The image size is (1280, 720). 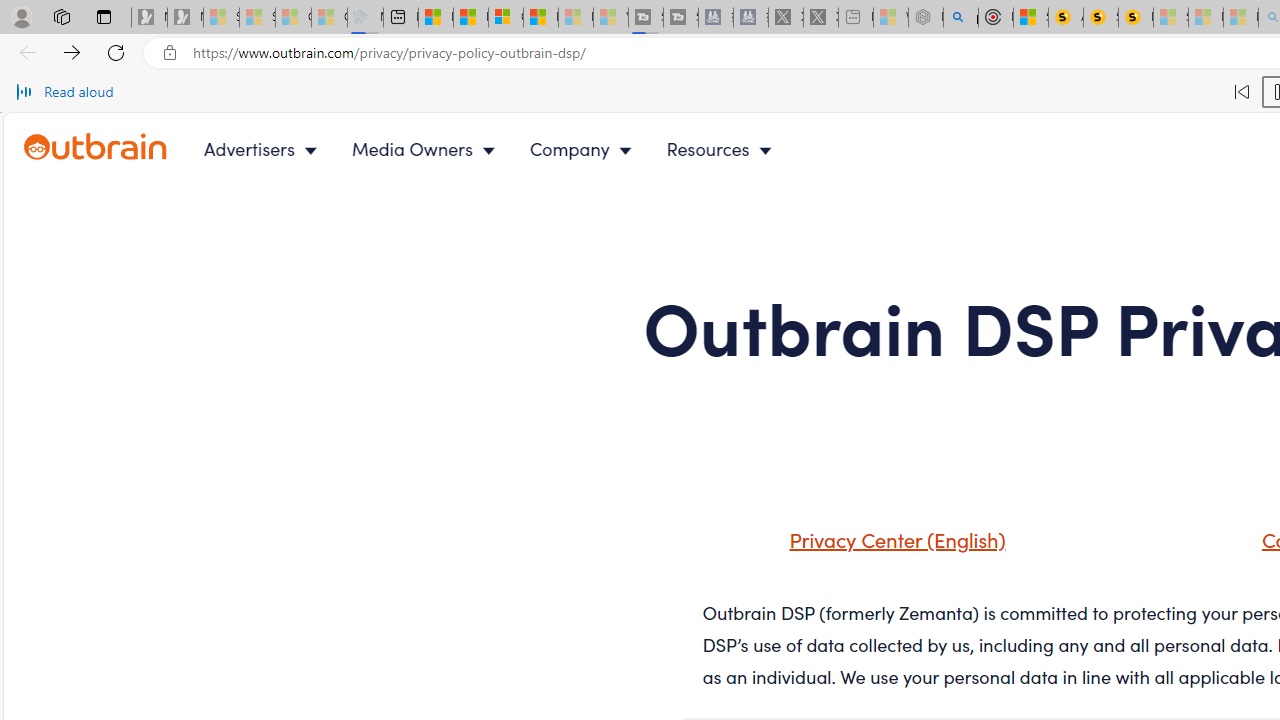 I want to click on 'Newsletter Sign Up - Sleeping', so click(x=185, y=17).